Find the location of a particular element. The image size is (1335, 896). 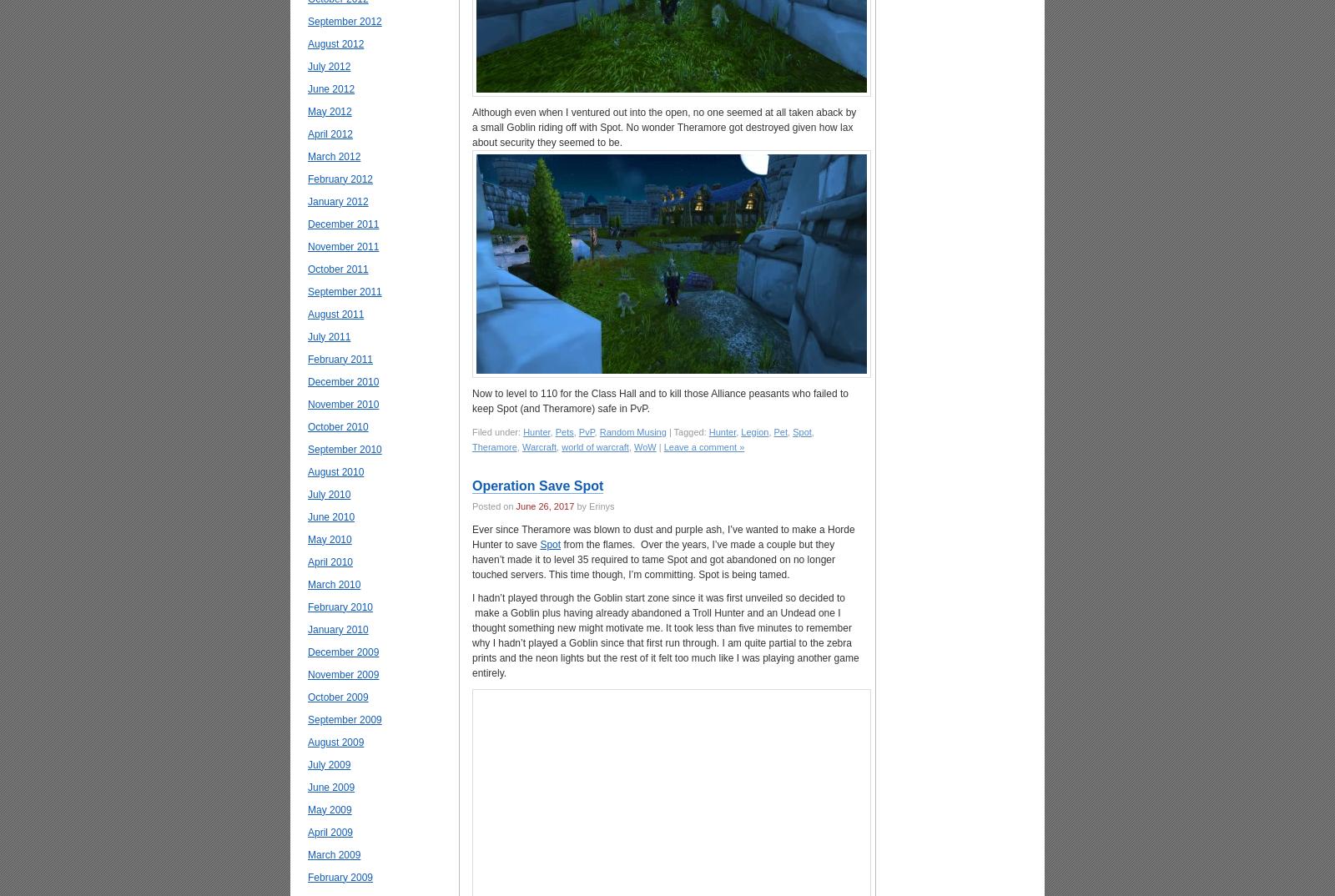

'September 2010' is located at coordinates (343, 448).